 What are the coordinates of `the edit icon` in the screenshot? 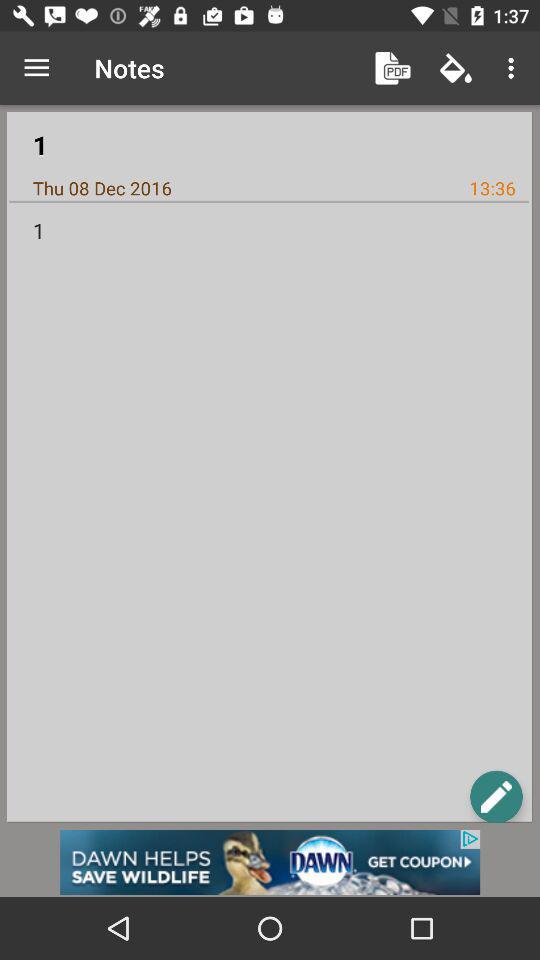 It's located at (495, 796).